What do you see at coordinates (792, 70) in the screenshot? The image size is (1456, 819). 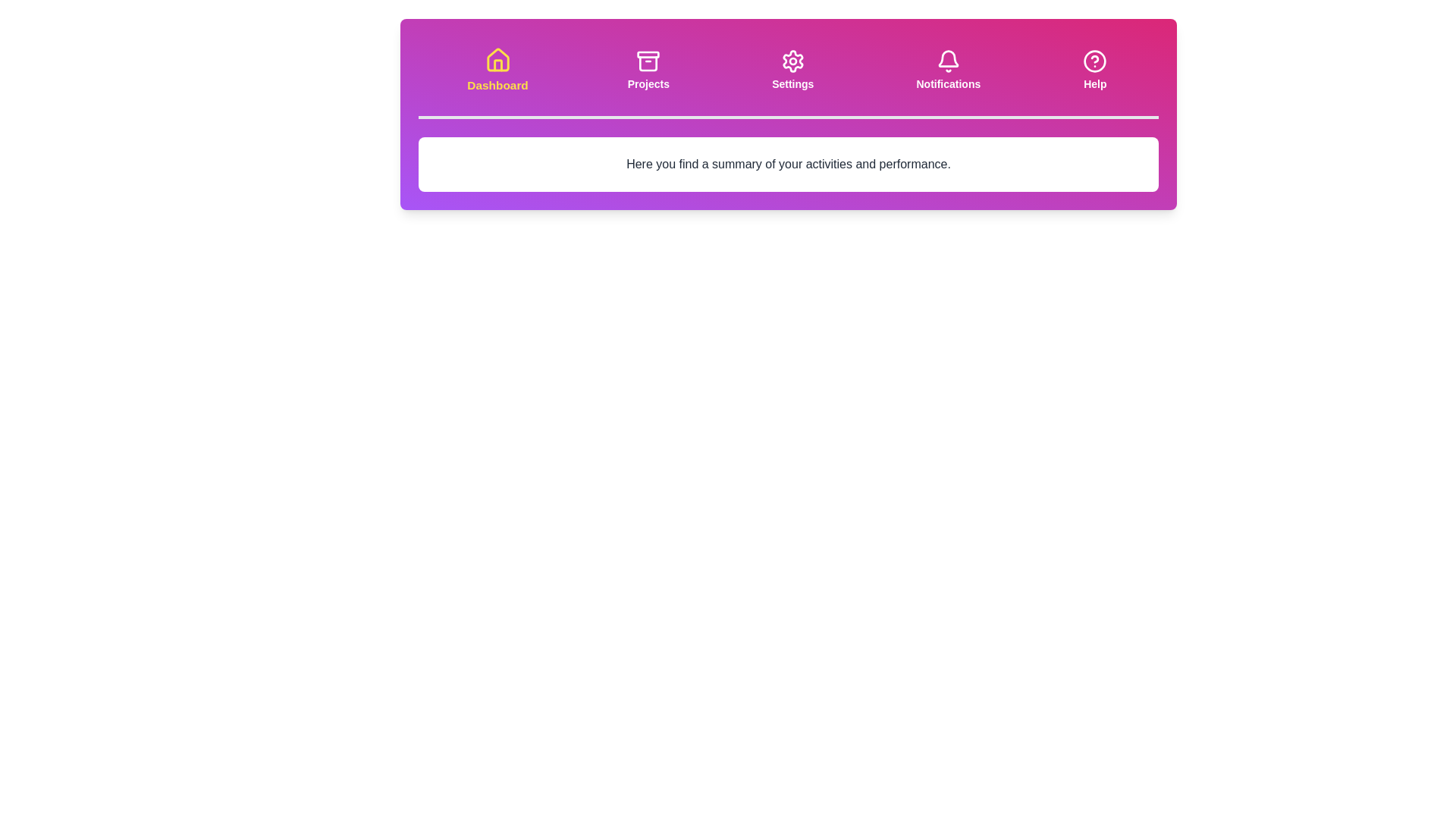 I see `the Settings tab to activate it` at bounding box center [792, 70].